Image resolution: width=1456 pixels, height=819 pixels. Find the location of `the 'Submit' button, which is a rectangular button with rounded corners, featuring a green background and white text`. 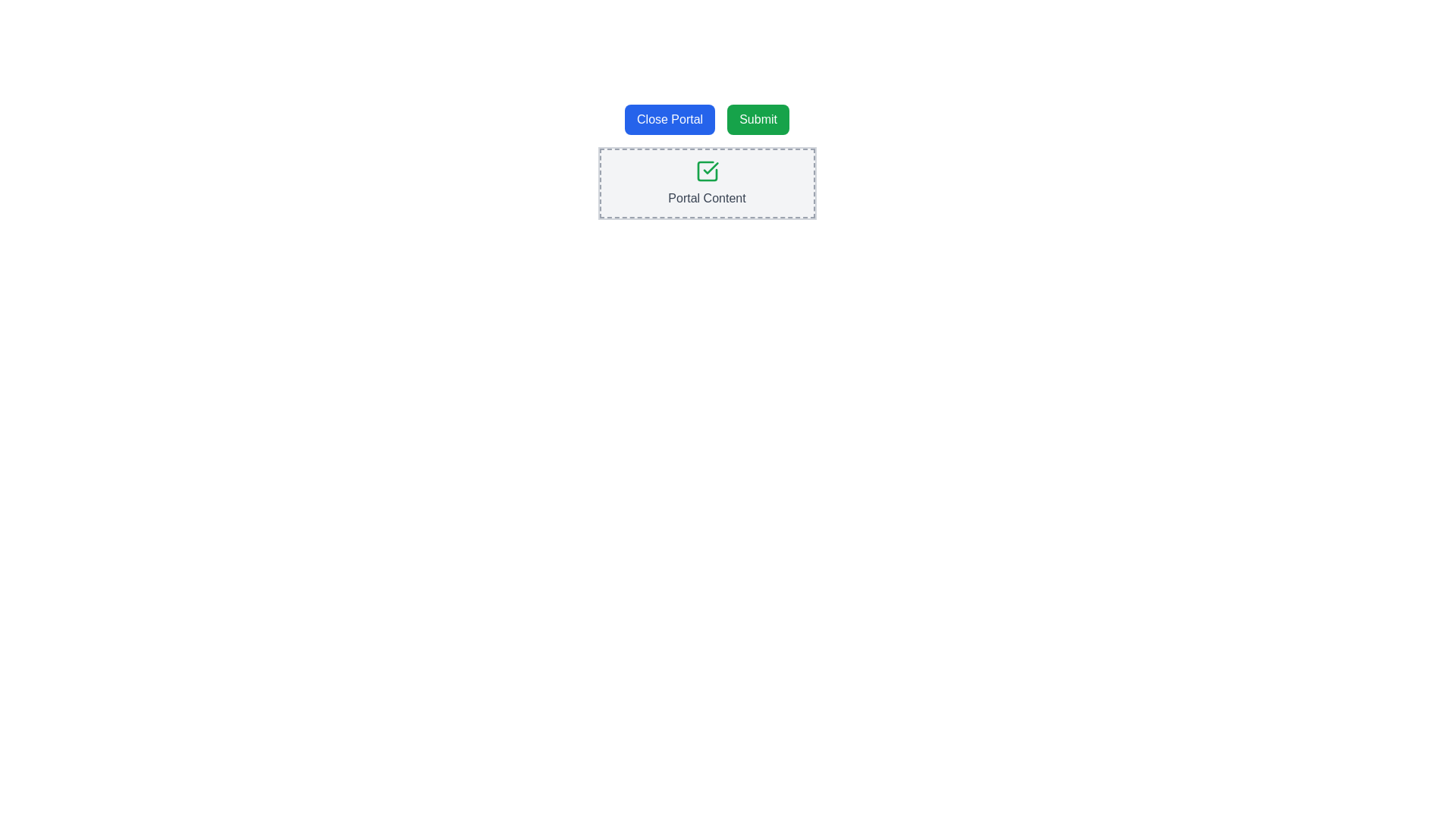

the 'Submit' button, which is a rectangular button with rounded corners, featuring a green background and white text is located at coordinates (758, 119).